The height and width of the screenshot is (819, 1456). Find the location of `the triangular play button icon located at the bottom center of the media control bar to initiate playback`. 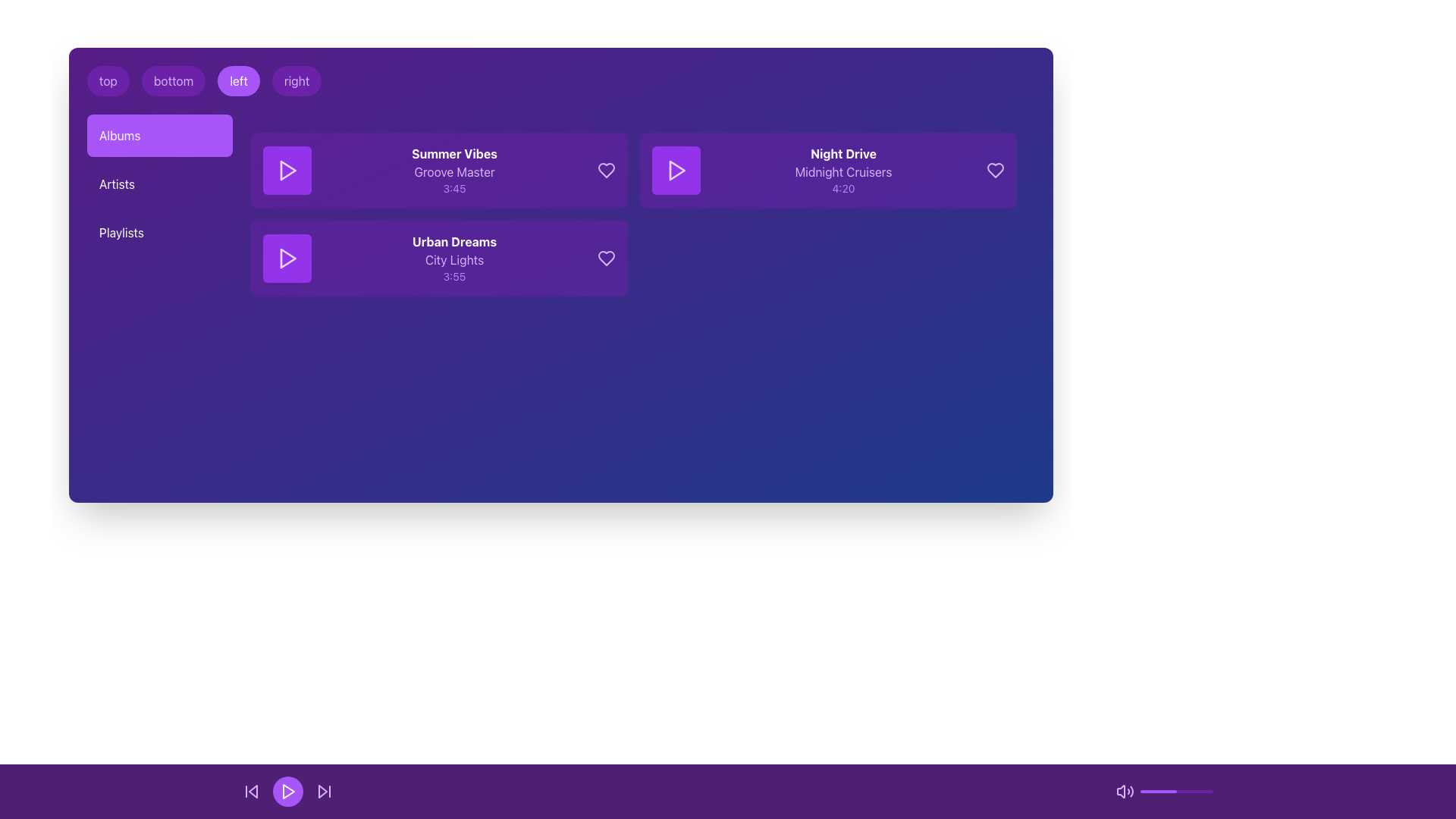

the triangular play button icon located at the bottom center of the media control bar to initiate playback is located at coordinates (288, 791).